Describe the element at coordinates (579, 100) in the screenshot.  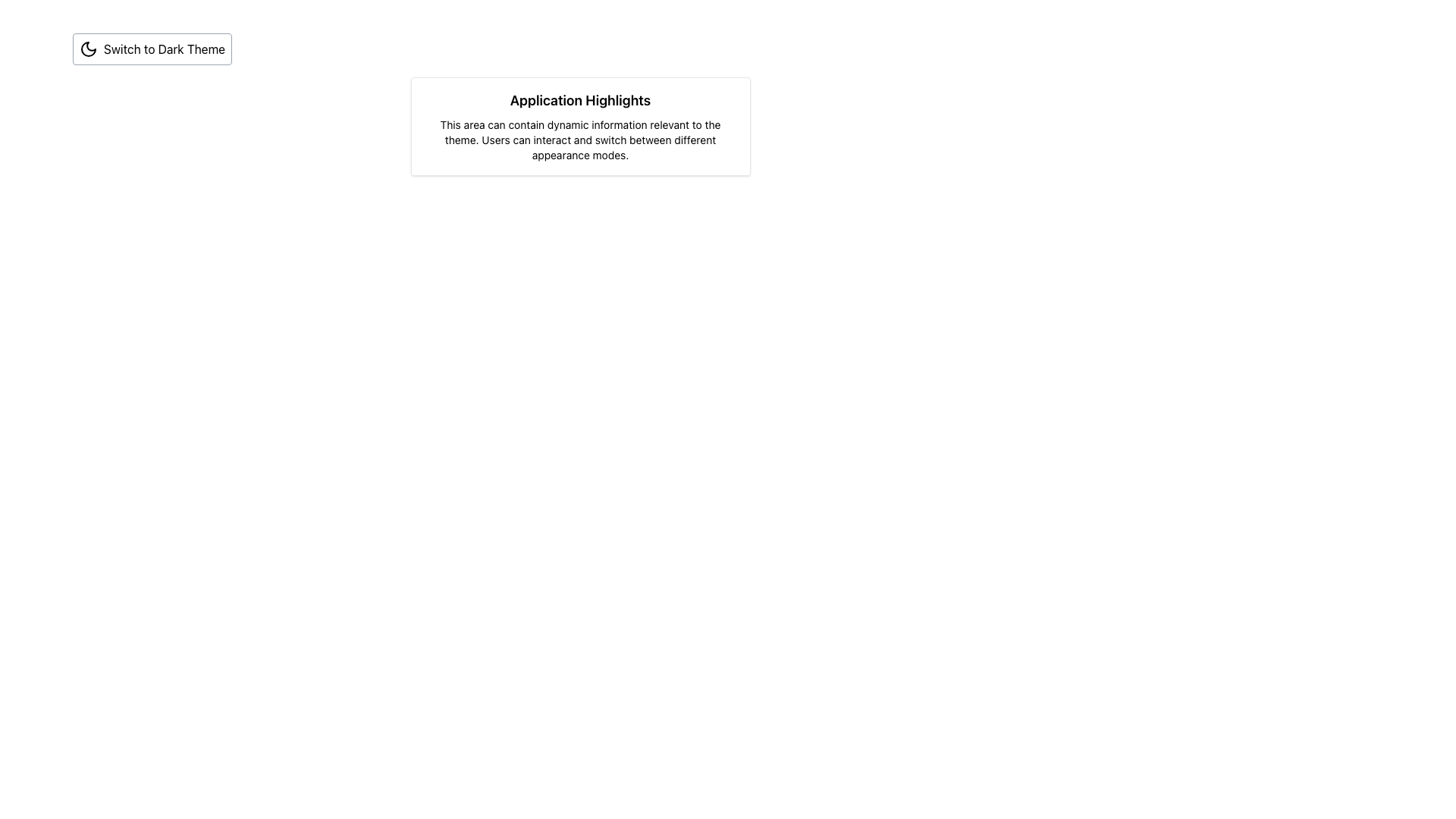
I see `the text label 'Application Highlights', which is a bold, large header styled distinctively at the top center of a white box` at that location.